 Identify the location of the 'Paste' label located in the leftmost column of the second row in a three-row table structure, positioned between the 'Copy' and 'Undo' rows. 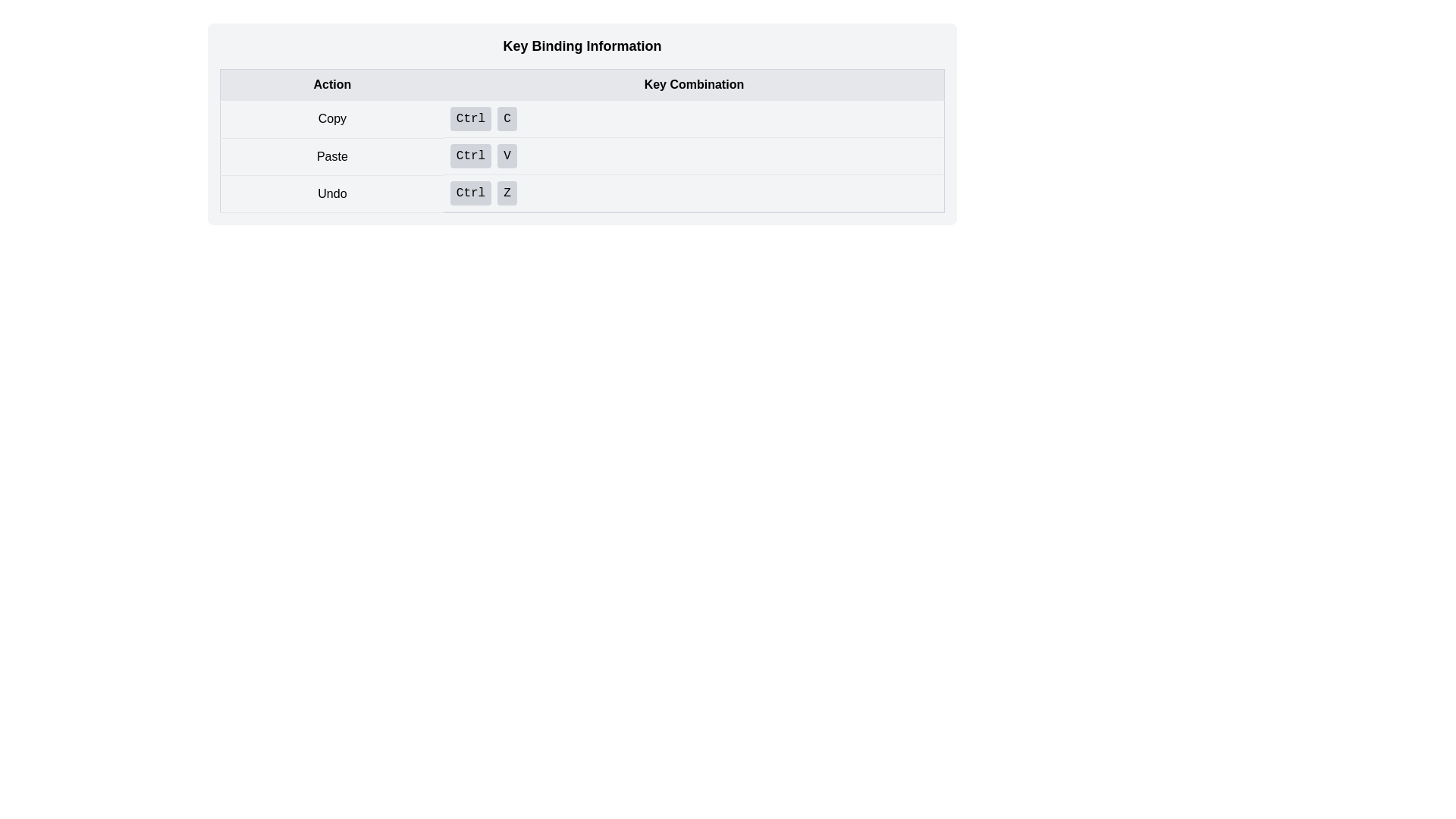
(331, 156).